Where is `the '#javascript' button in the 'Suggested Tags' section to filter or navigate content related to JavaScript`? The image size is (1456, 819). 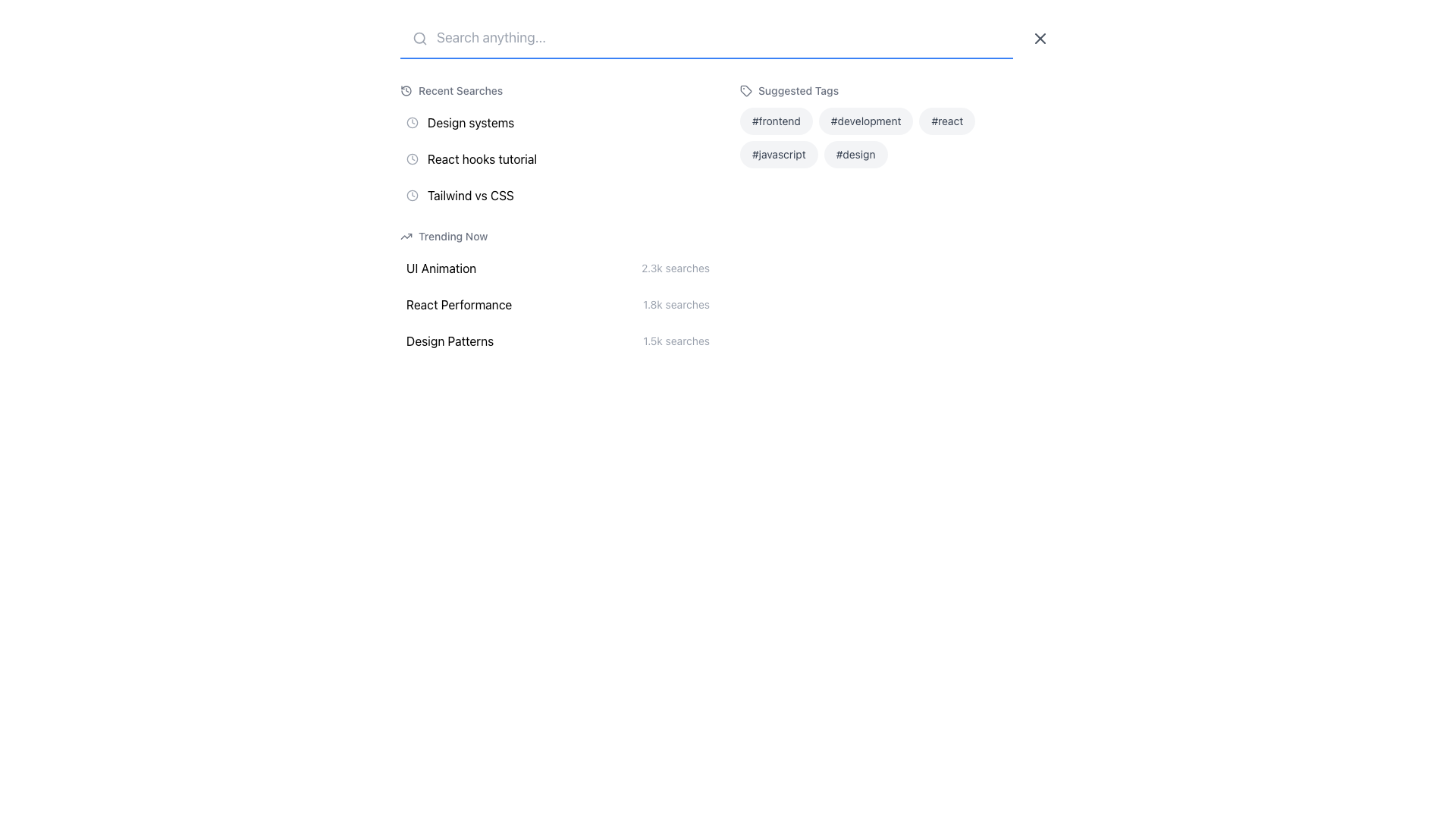 the '#javascript' button in the 'Suggested Tags' section to filter or navigate content related to JavaScript is located at coordinates (779, 155).